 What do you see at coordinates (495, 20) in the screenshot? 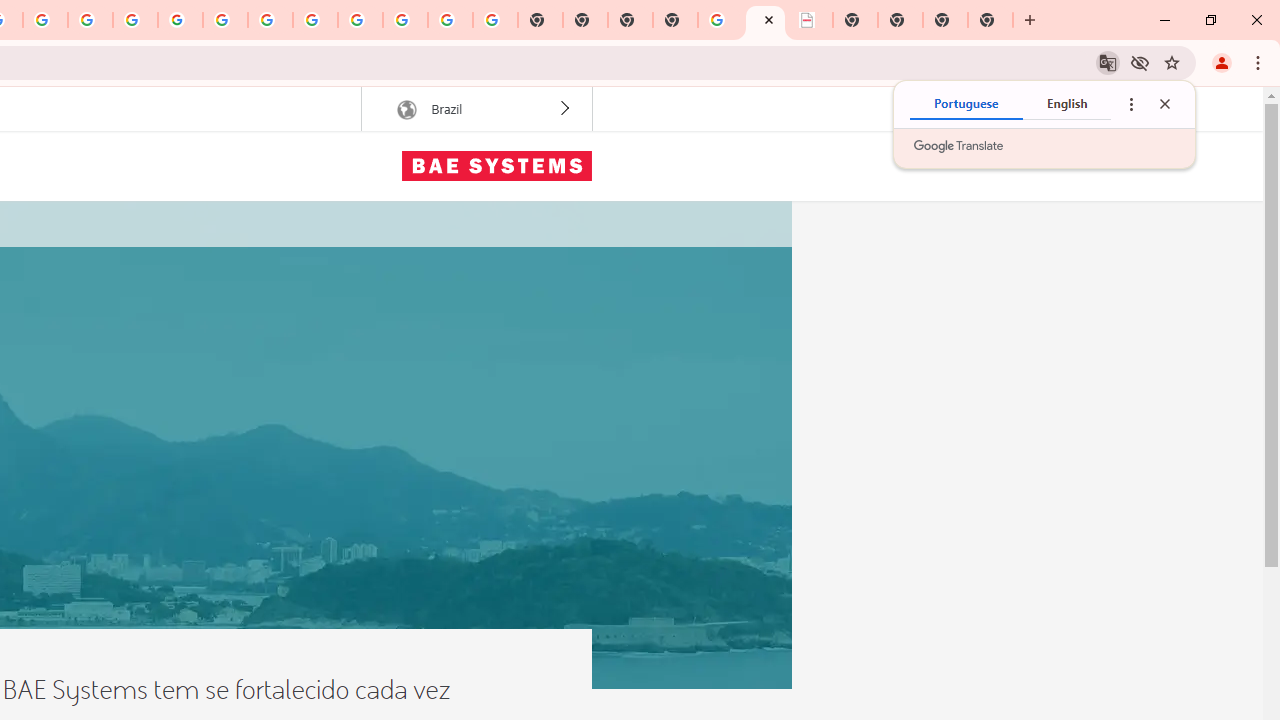
I see `'Google Images'` at bounding box center [495, 20].